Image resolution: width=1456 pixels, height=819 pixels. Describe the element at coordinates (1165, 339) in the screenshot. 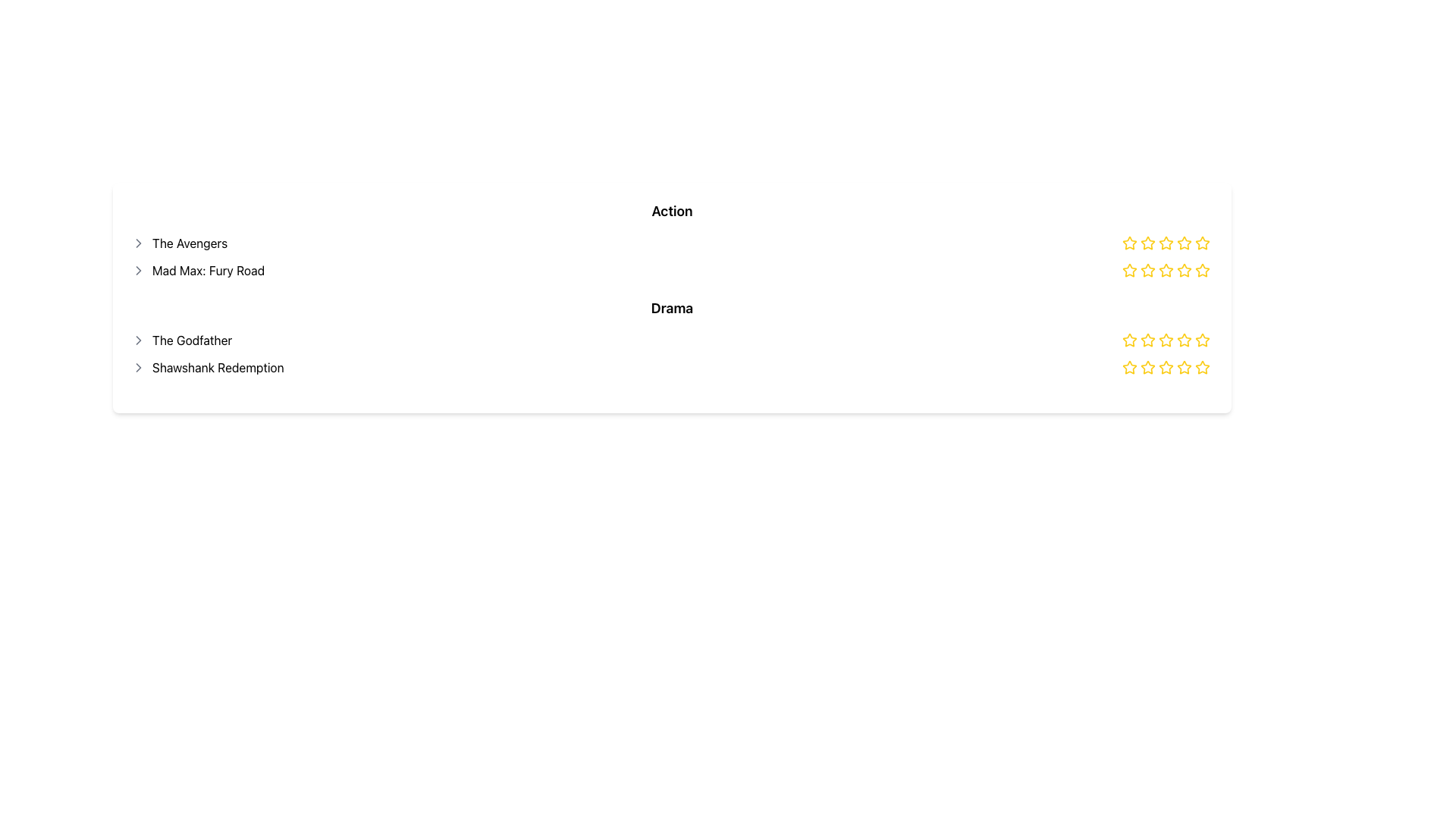

I see `the fourth star icon in the five-star rating component for 'Shawshank Redemption'` at that location.